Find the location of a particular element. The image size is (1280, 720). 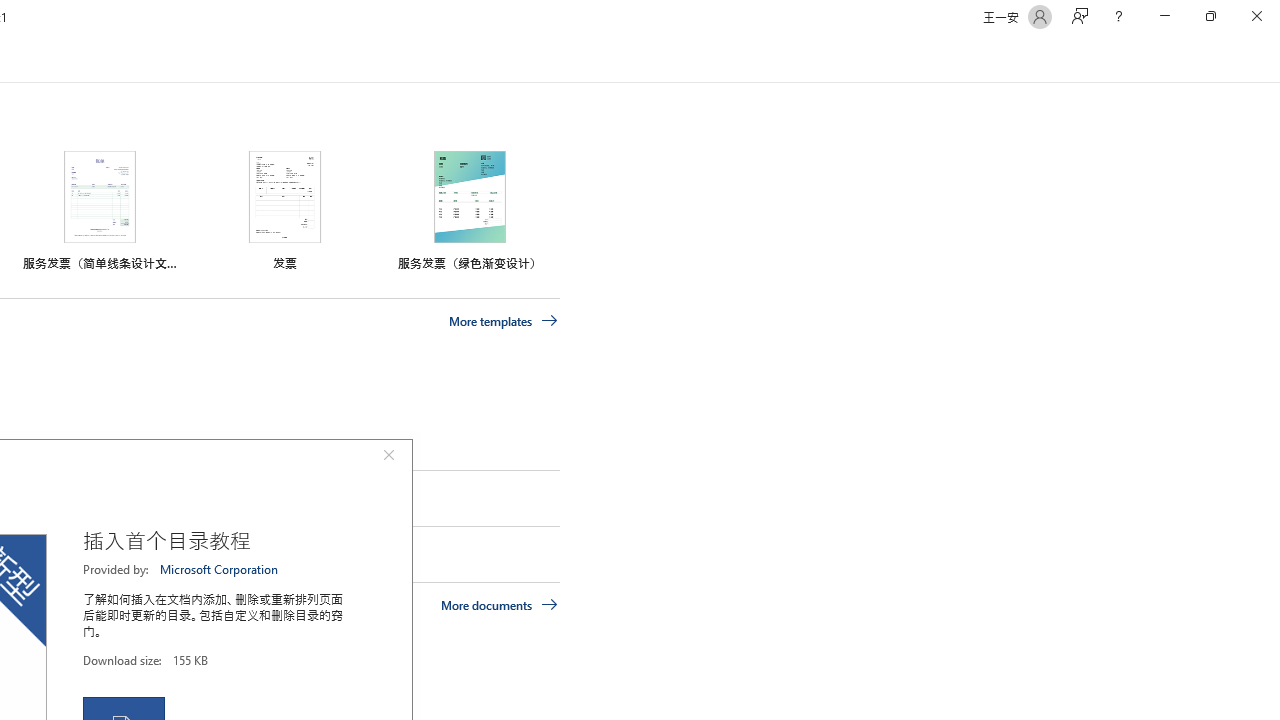

'Minimize' is located at coordinates (1164, 16).